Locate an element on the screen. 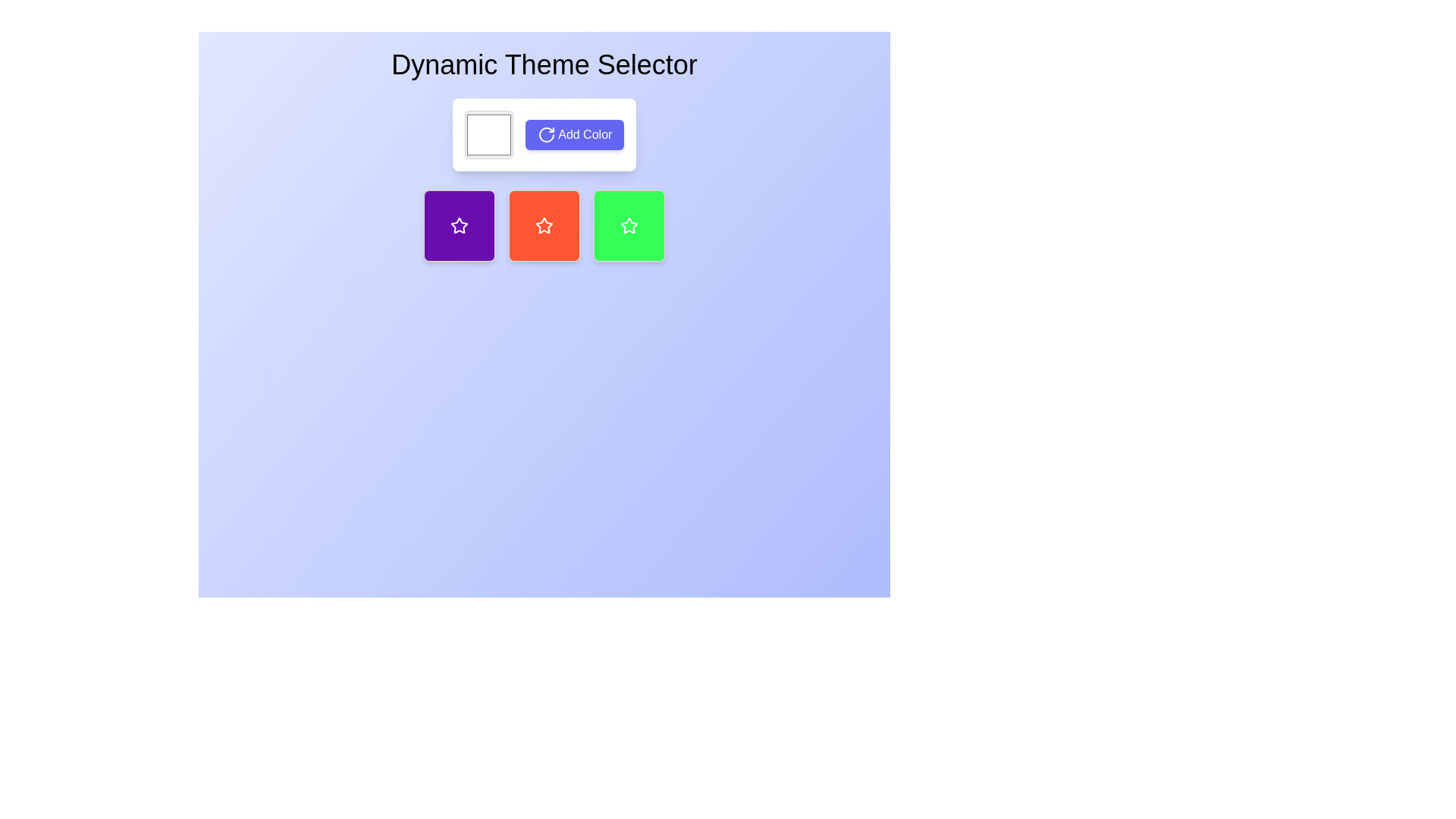 This screenshot has width=1456, height=819. the square orange button with a white star icon, located centrally in a grid of three buttons beneath the 'Dynamic Theme Selector' title is located at coordinates (544, 225).